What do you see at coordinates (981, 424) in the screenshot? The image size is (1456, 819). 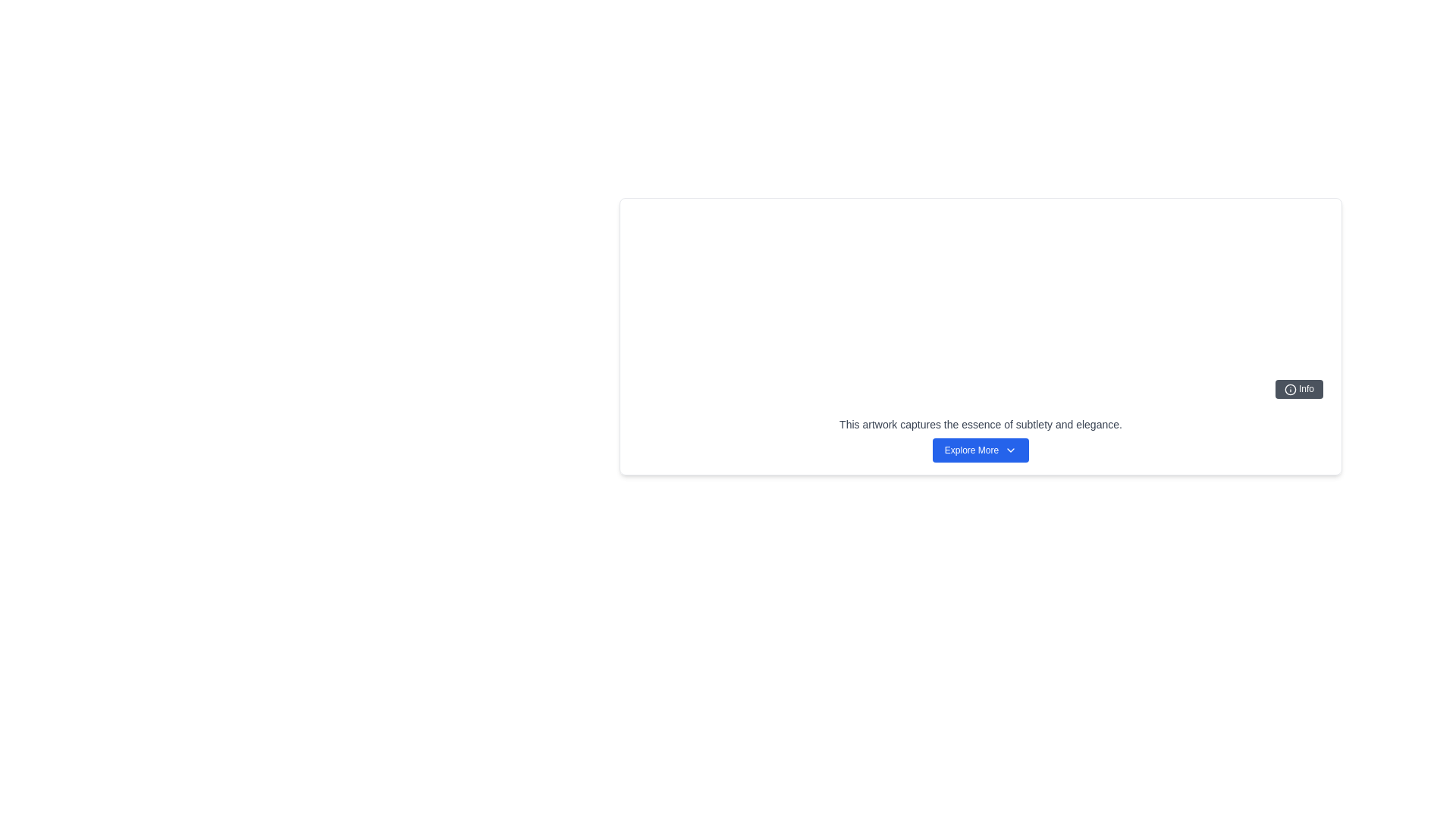 I see `the text display that provides a description or caption about featured artwork, located centrally in a bordered box below the 'Info' icon and above the 'Explore More' blue button` at bounding box center [981, 424].